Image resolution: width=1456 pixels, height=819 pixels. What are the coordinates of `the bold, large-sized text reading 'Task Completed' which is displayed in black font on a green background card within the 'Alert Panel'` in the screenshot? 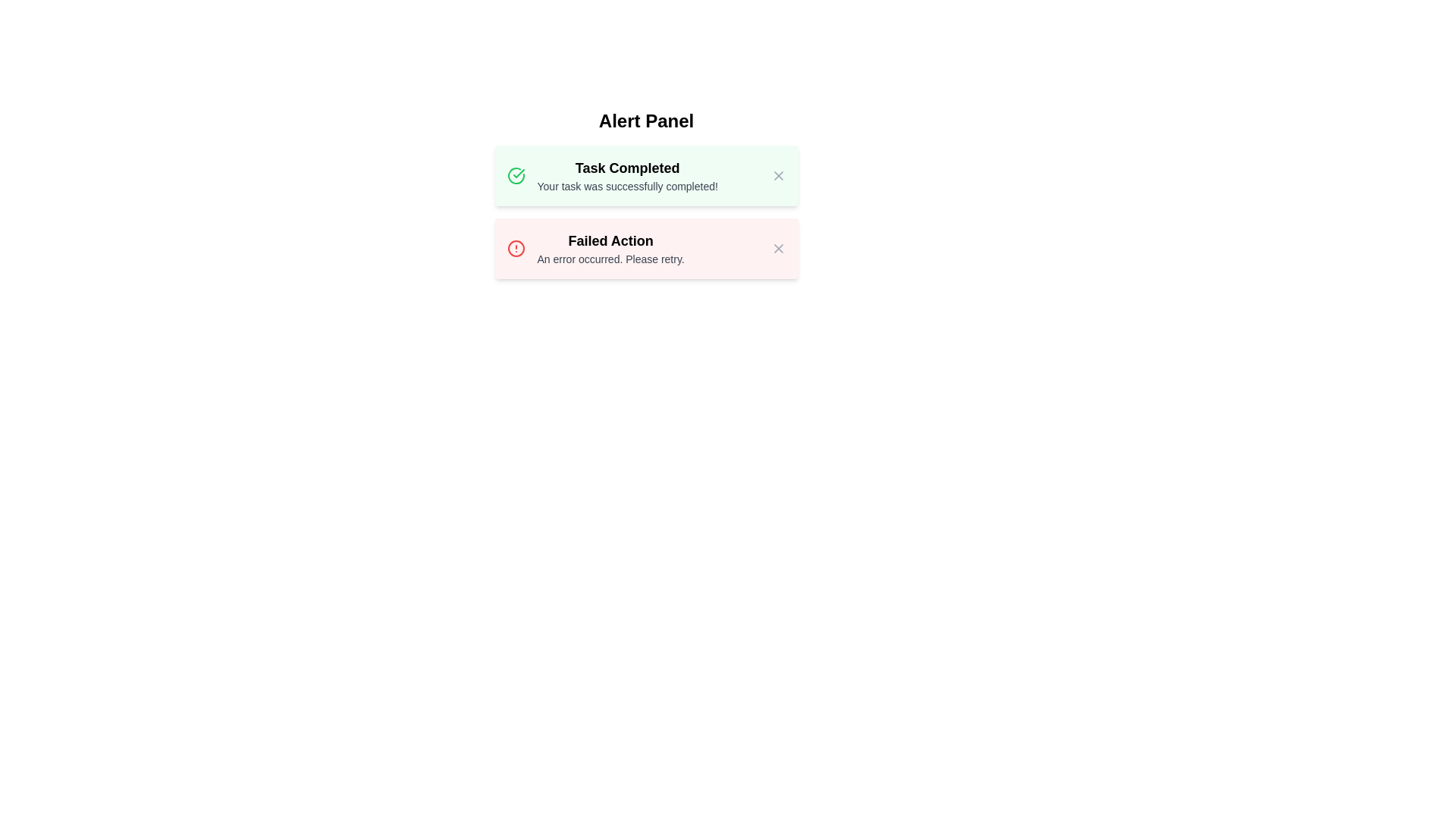 It's located at (627, 168).